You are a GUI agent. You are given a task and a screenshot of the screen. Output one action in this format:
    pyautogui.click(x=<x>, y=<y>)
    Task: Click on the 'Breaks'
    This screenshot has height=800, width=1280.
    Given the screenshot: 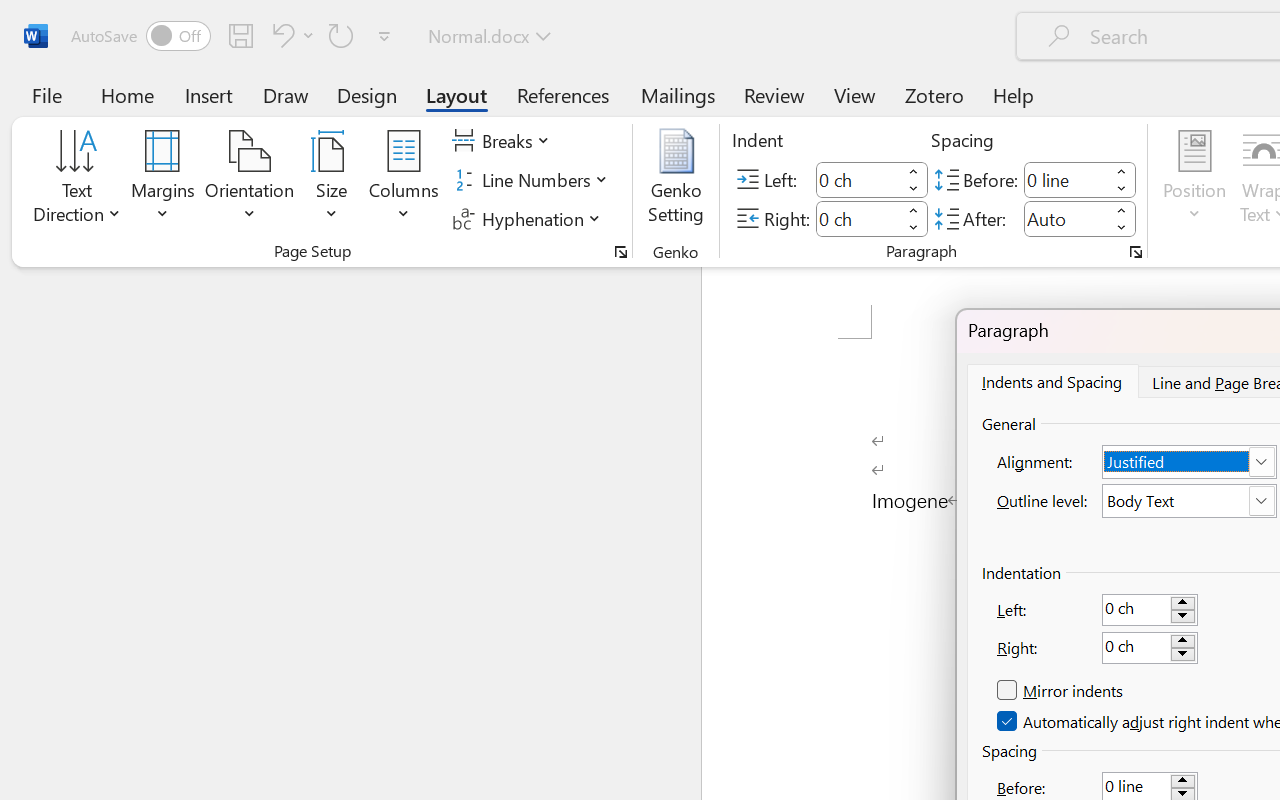 What is the action you would take?
    pyautogui.click(x=504, y=141)
    